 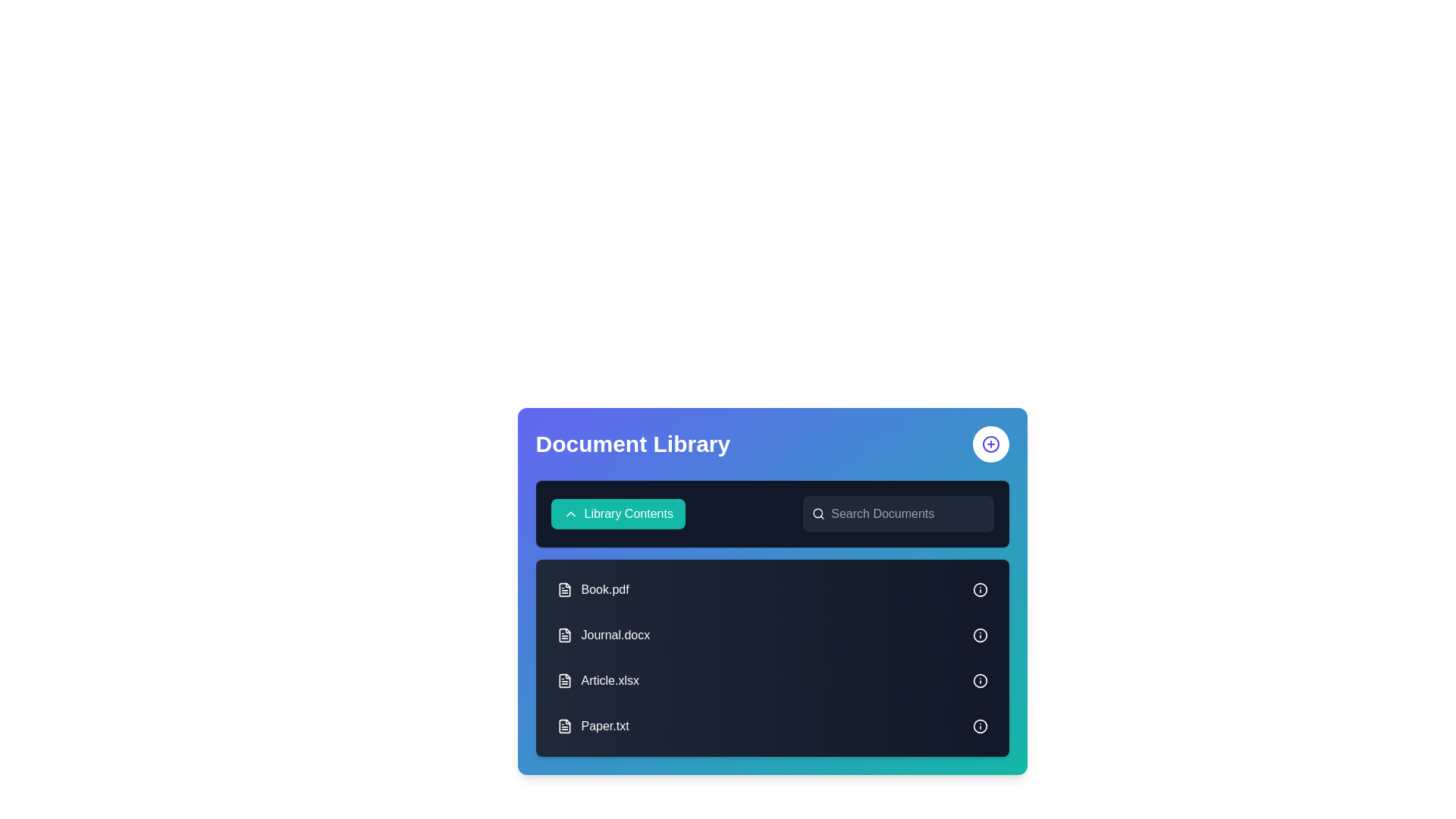 I want to click on the document icon representing 'Book.pdf' in the 'Document Library' interface, which is the first item in the file list, so click(x=563, y=589).